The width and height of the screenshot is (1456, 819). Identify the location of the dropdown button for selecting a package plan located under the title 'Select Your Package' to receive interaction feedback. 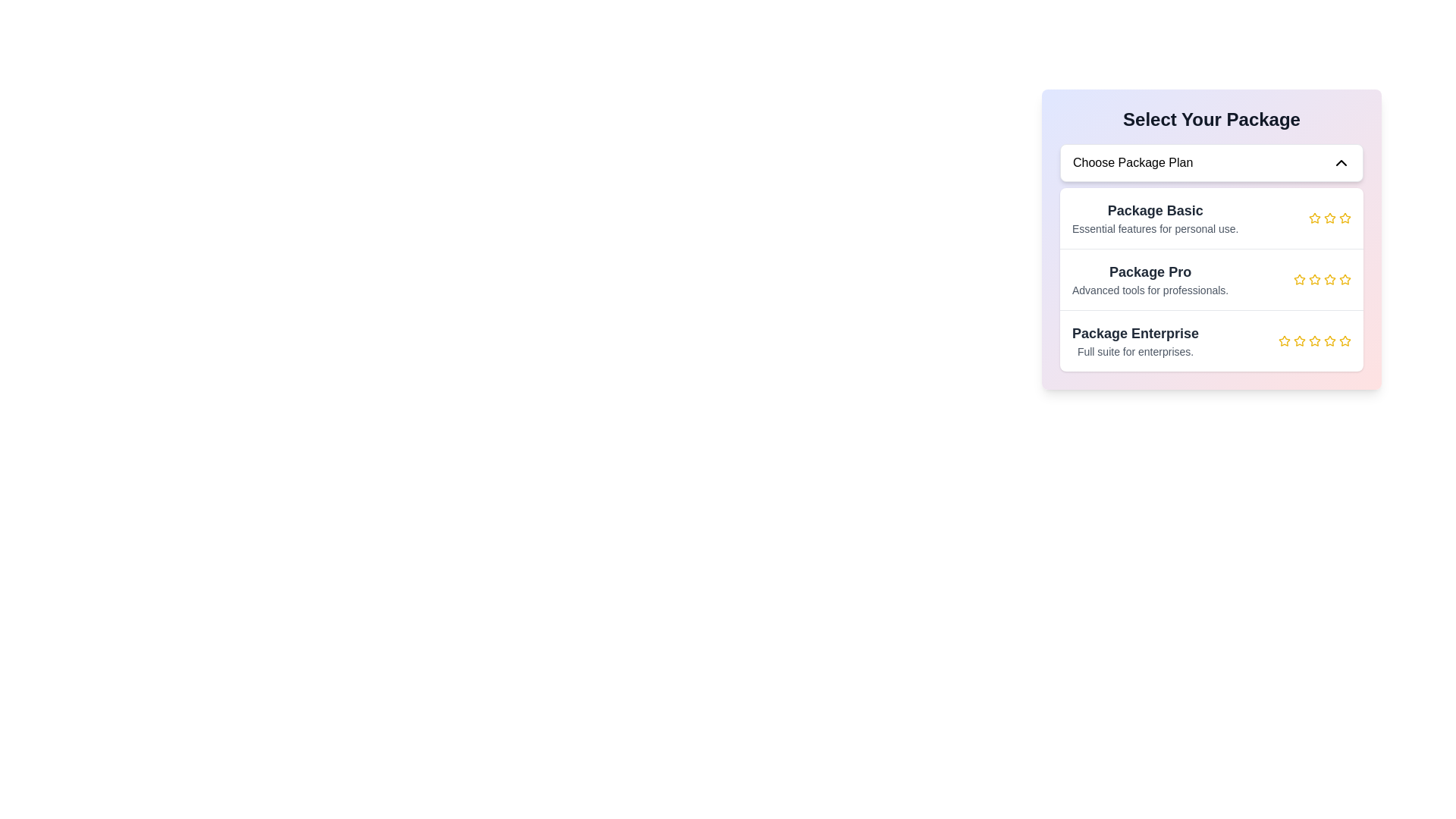
(1211, 163).